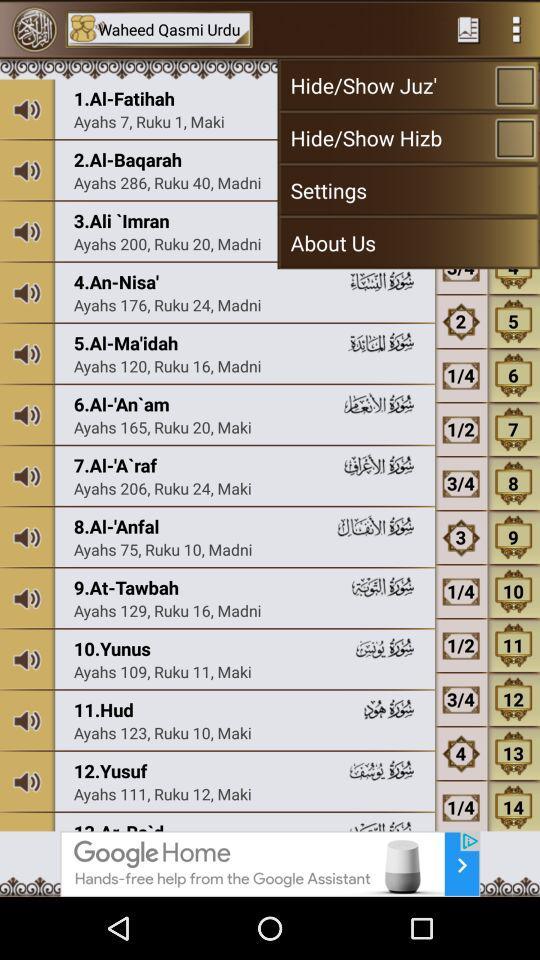 The height and width of the screenshot is (960, 540). What do you see at coordinates (468, 30) in the screenshot?
I see `the bookmark icon` at bounding box center [468, 30].